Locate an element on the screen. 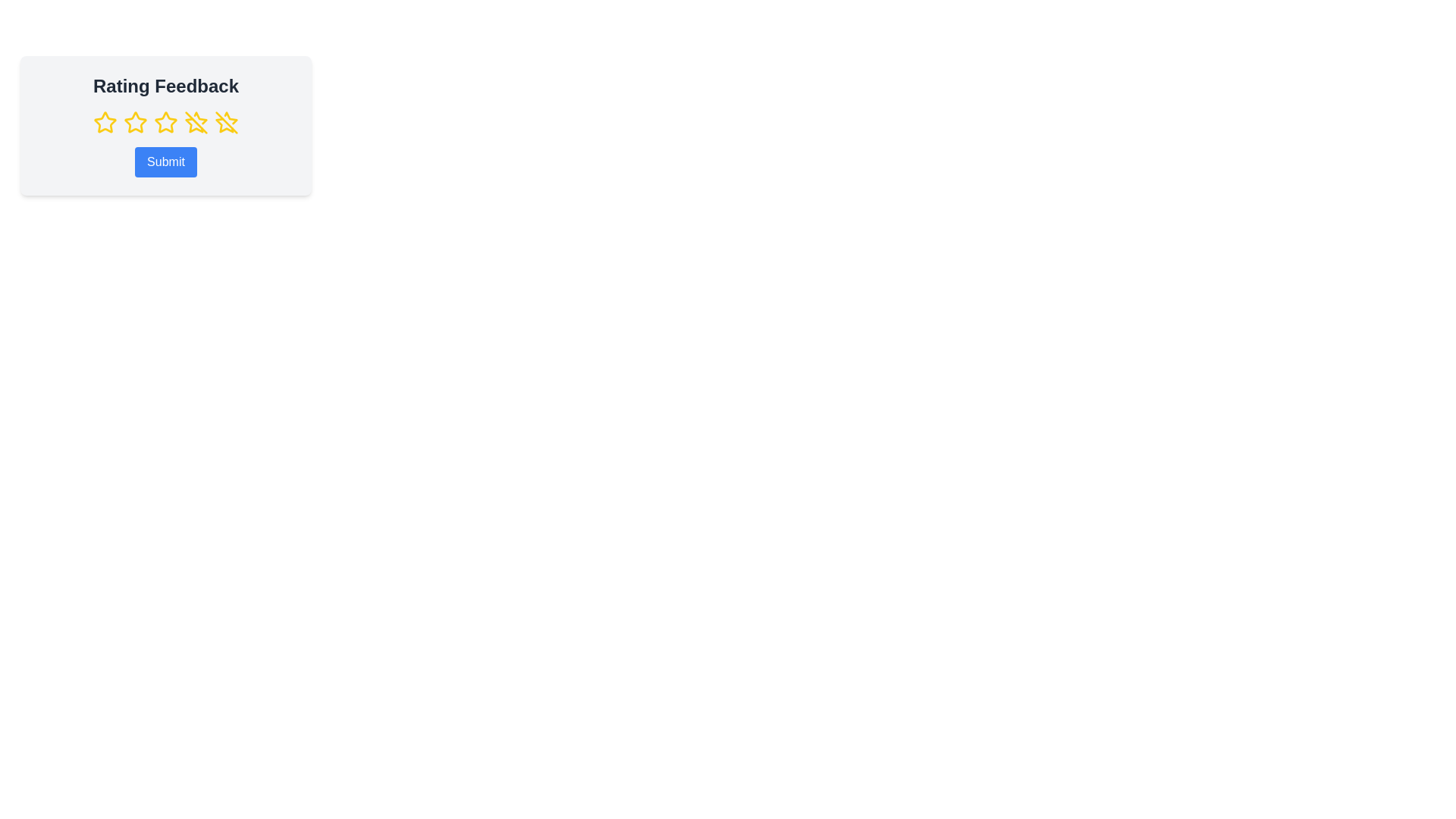 The height and width of the screenshot is (819, 1456). the static text labeled 'Rating Feedback' which is positioned at the top of the feedback interface is located at coordinates (166, 86).